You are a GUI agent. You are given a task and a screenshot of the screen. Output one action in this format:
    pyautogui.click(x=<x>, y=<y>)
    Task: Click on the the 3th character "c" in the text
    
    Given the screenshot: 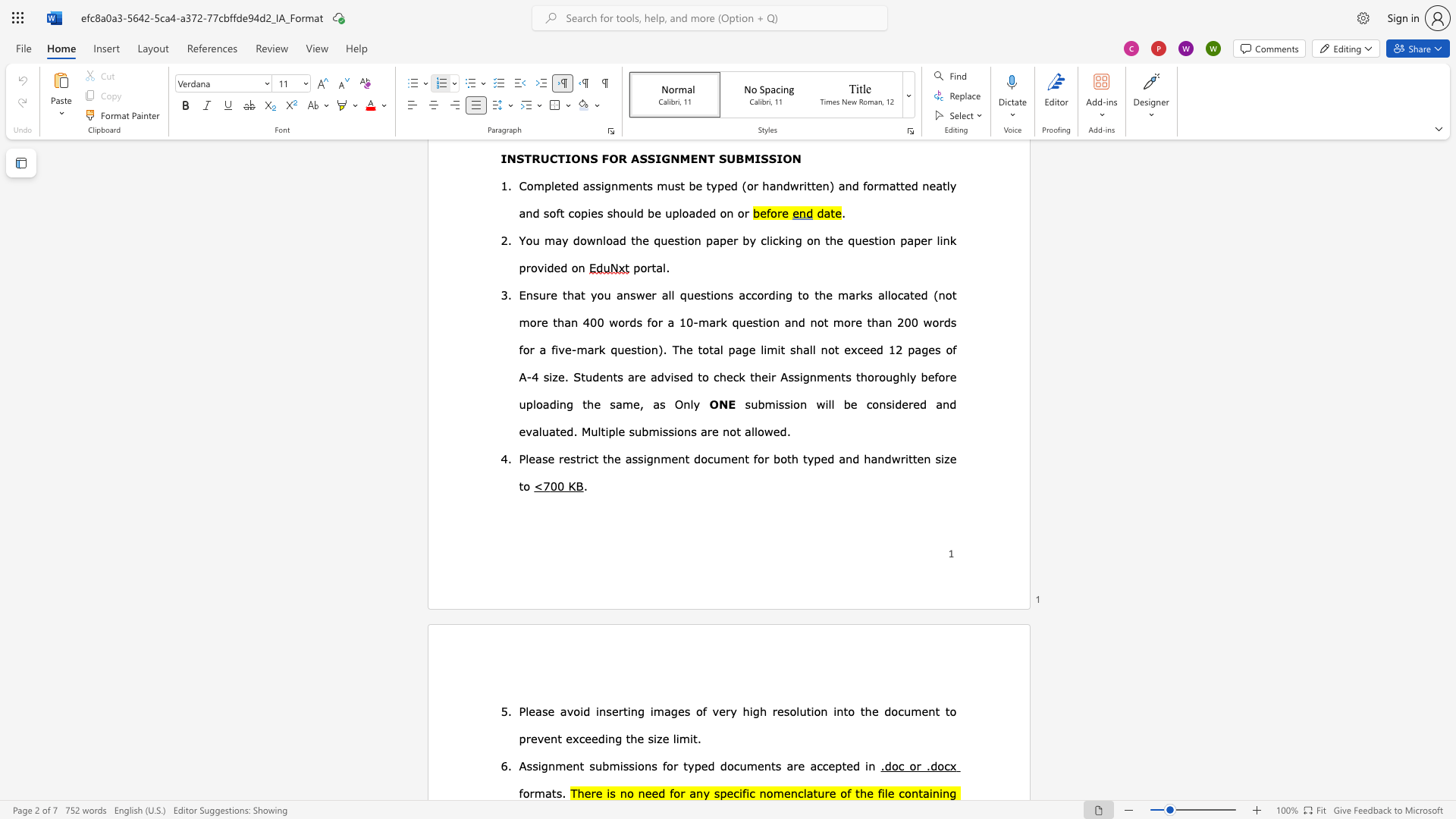 What is the action you would take?
    pyautogui.click(x=799, y=792)
    